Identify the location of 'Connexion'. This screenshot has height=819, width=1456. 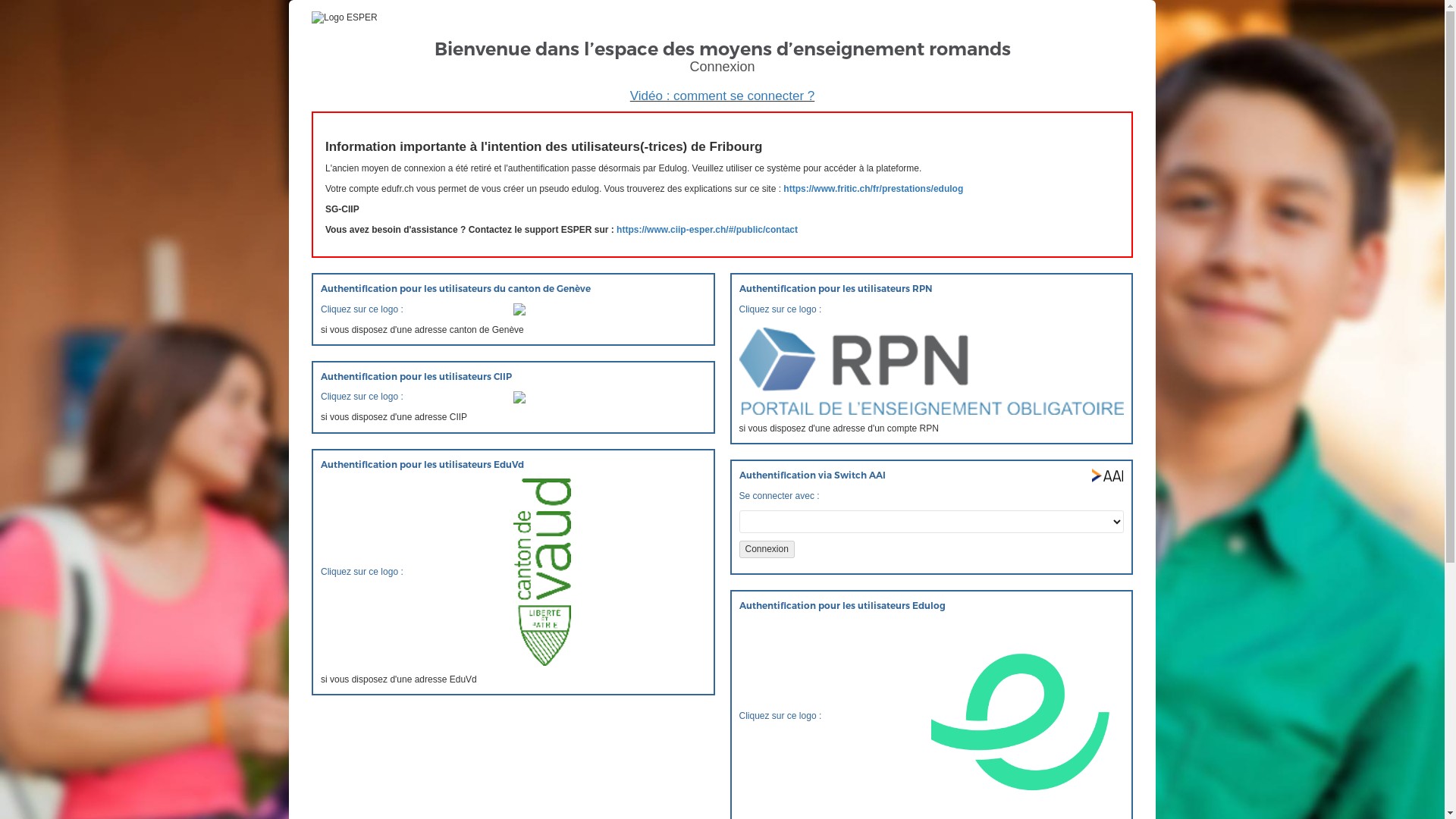
(766, 549).